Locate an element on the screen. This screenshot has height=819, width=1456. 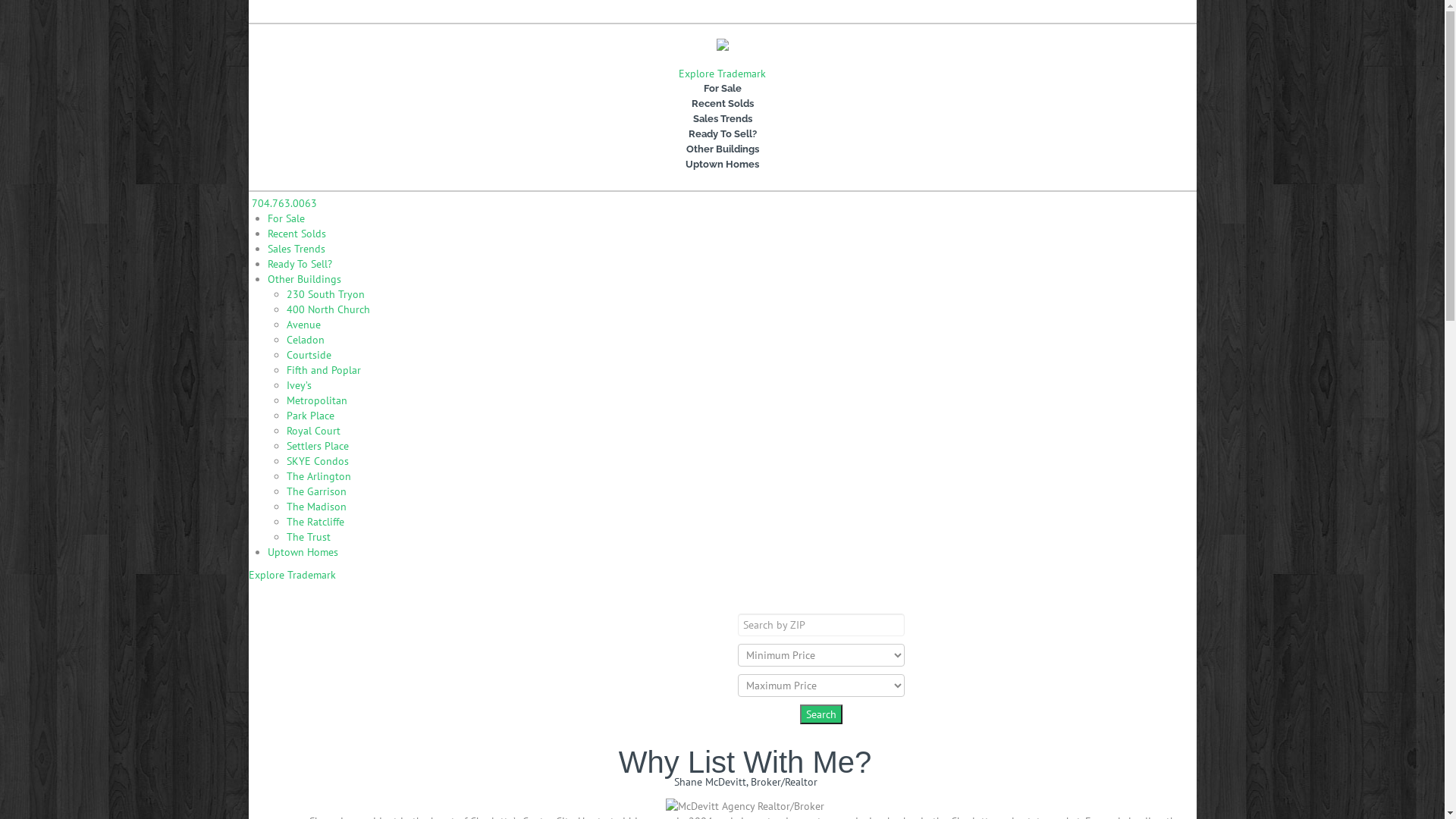
'The Arlington' is located at coordinates (287, 475).